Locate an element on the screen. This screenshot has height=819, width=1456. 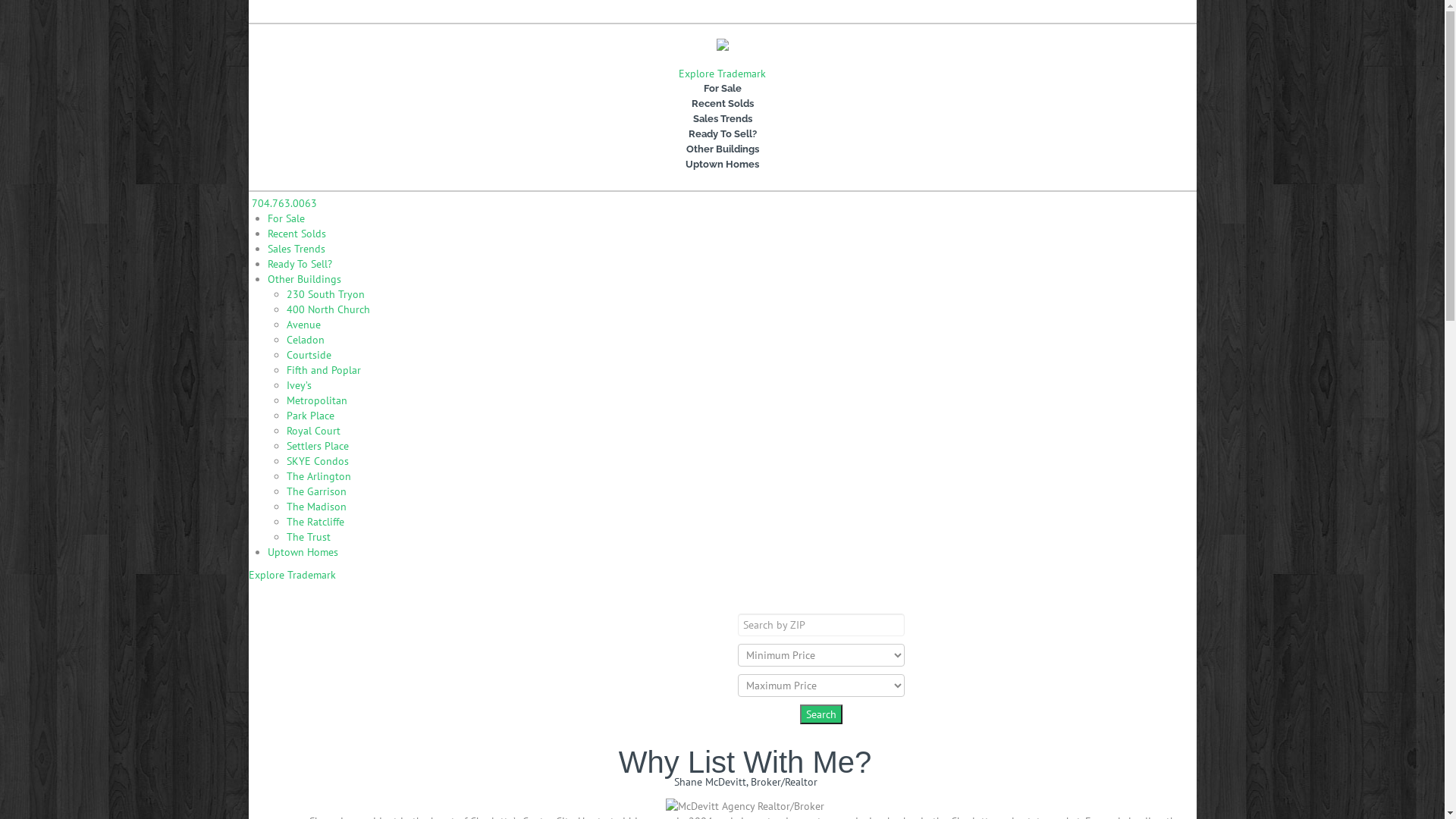
'The Arlington' is located at coordinates (287, 475).